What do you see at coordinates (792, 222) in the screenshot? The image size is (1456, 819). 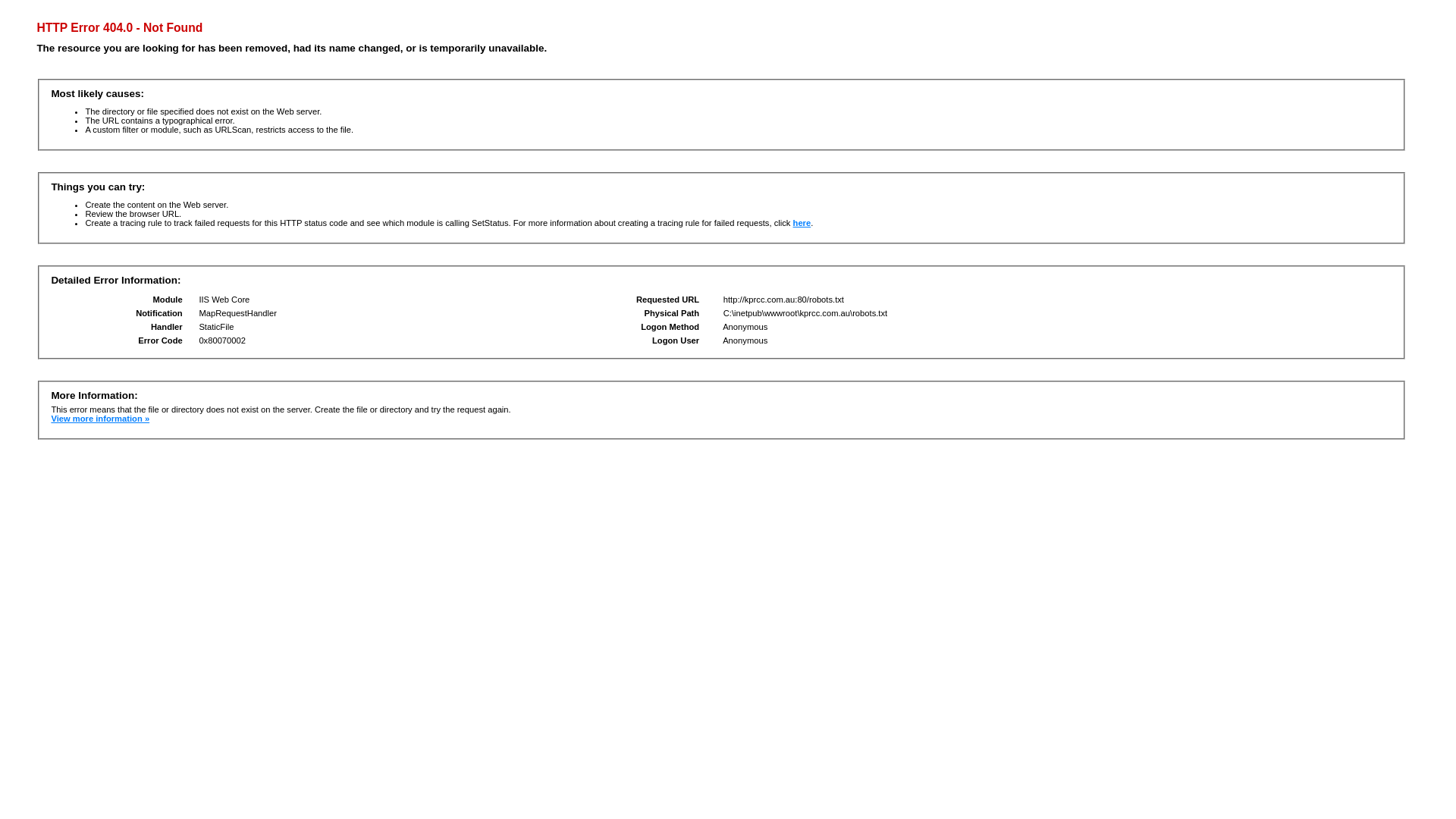 I see `'here'` at bounding box center [792, 222].